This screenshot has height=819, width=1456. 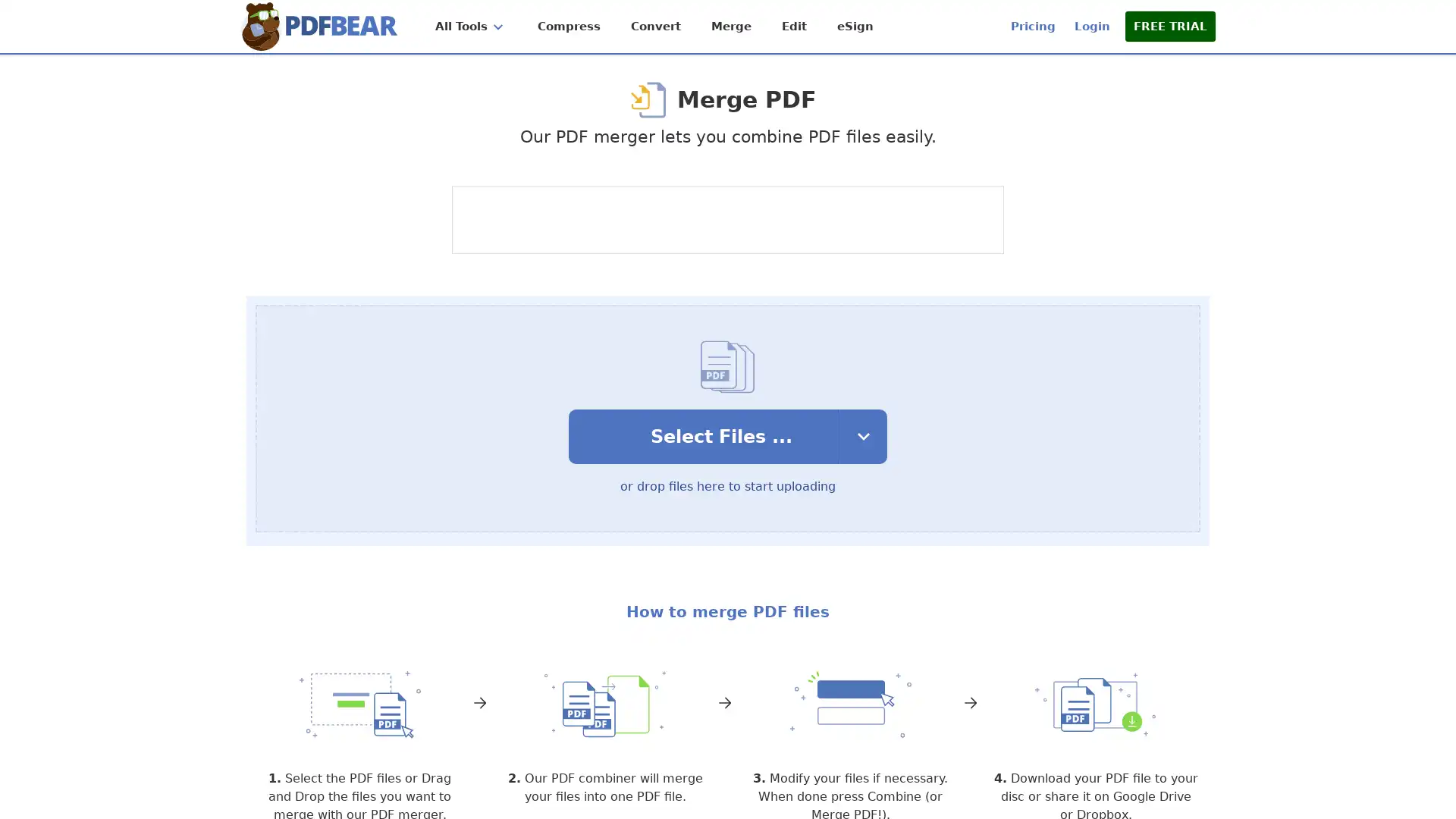 What do you see at coordinates (855, 26) in the screenshot?
I see `eSign` at bounding box center [855, 26].